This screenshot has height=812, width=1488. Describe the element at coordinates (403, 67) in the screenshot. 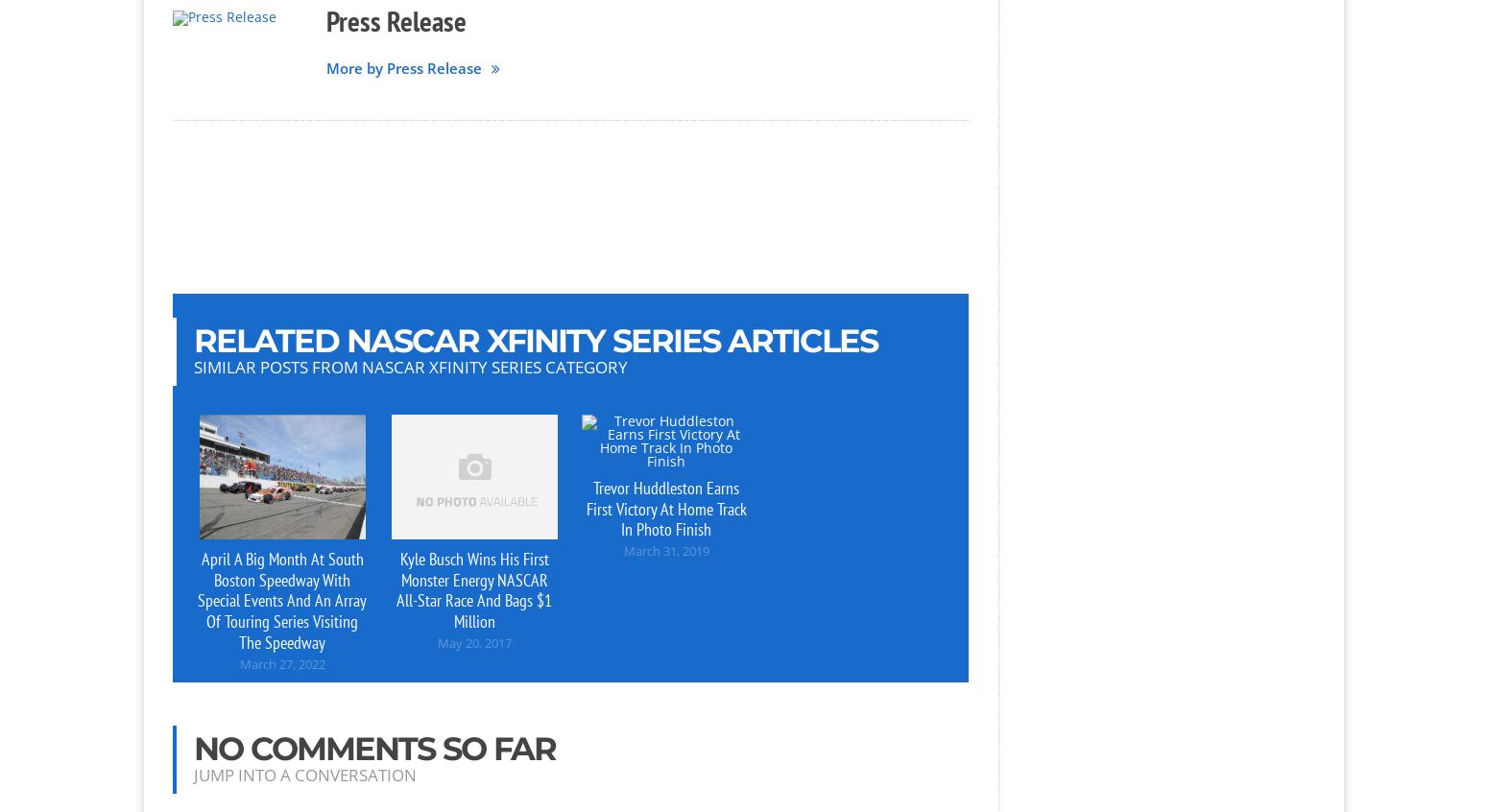

I see `'More by Press Release'` at that location.